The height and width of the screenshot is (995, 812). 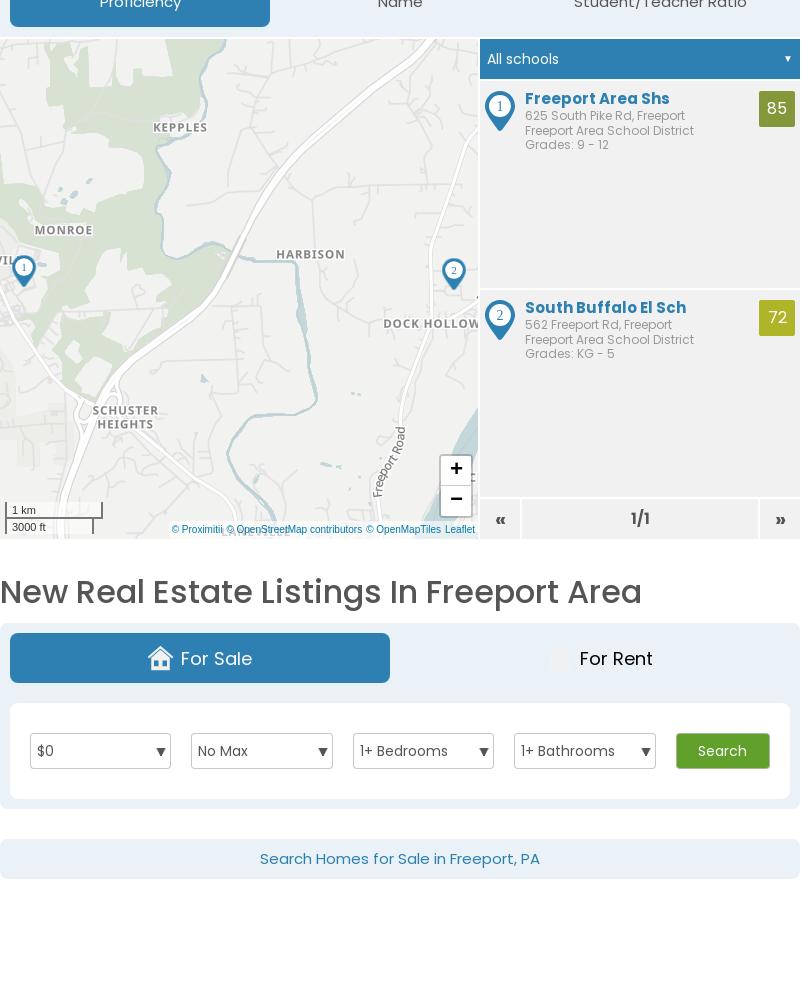 I want to click on 'For
                  Rent', so click(x=616, y=656).